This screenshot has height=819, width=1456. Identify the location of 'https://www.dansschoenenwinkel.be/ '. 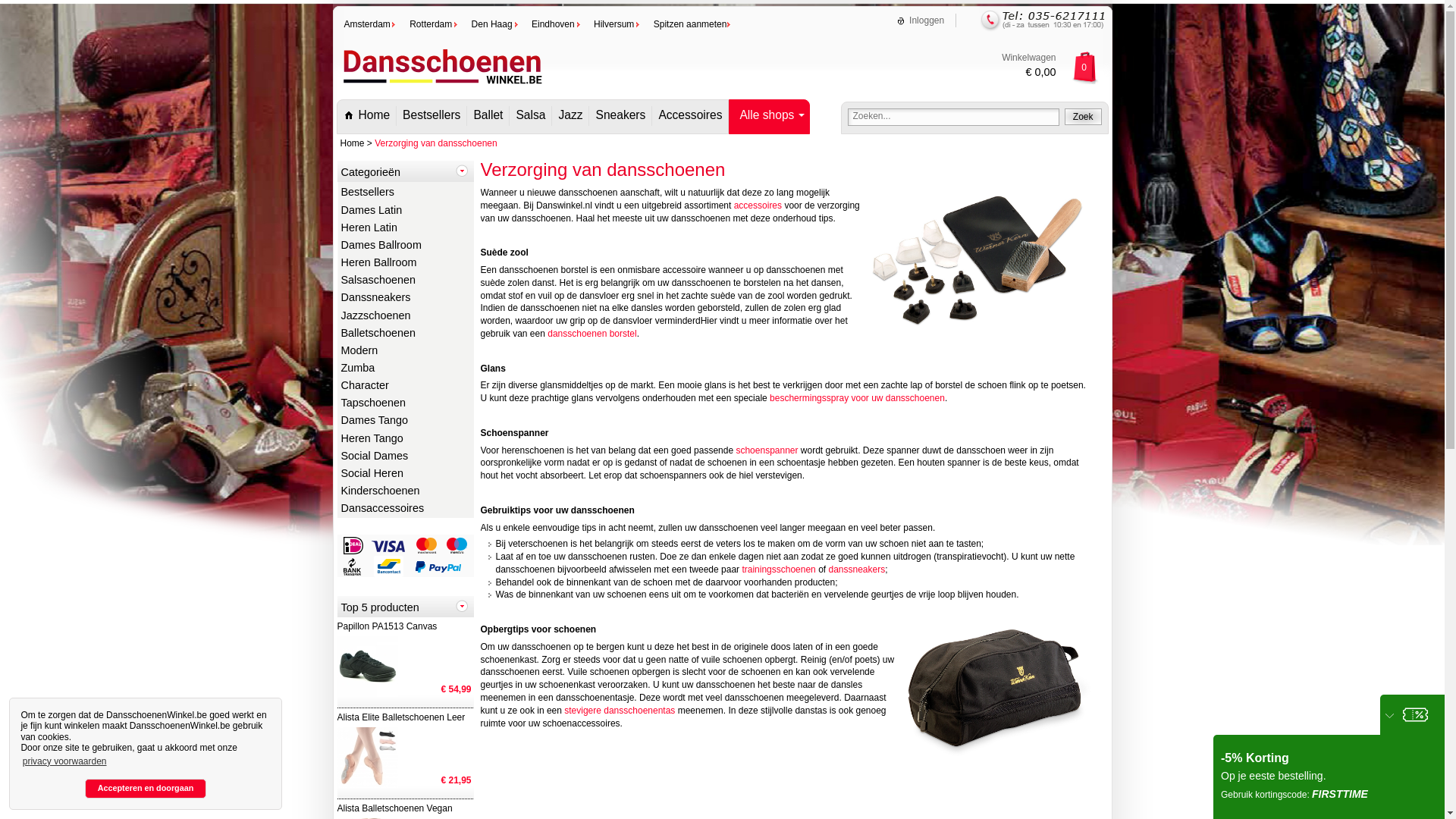
(440, 89).